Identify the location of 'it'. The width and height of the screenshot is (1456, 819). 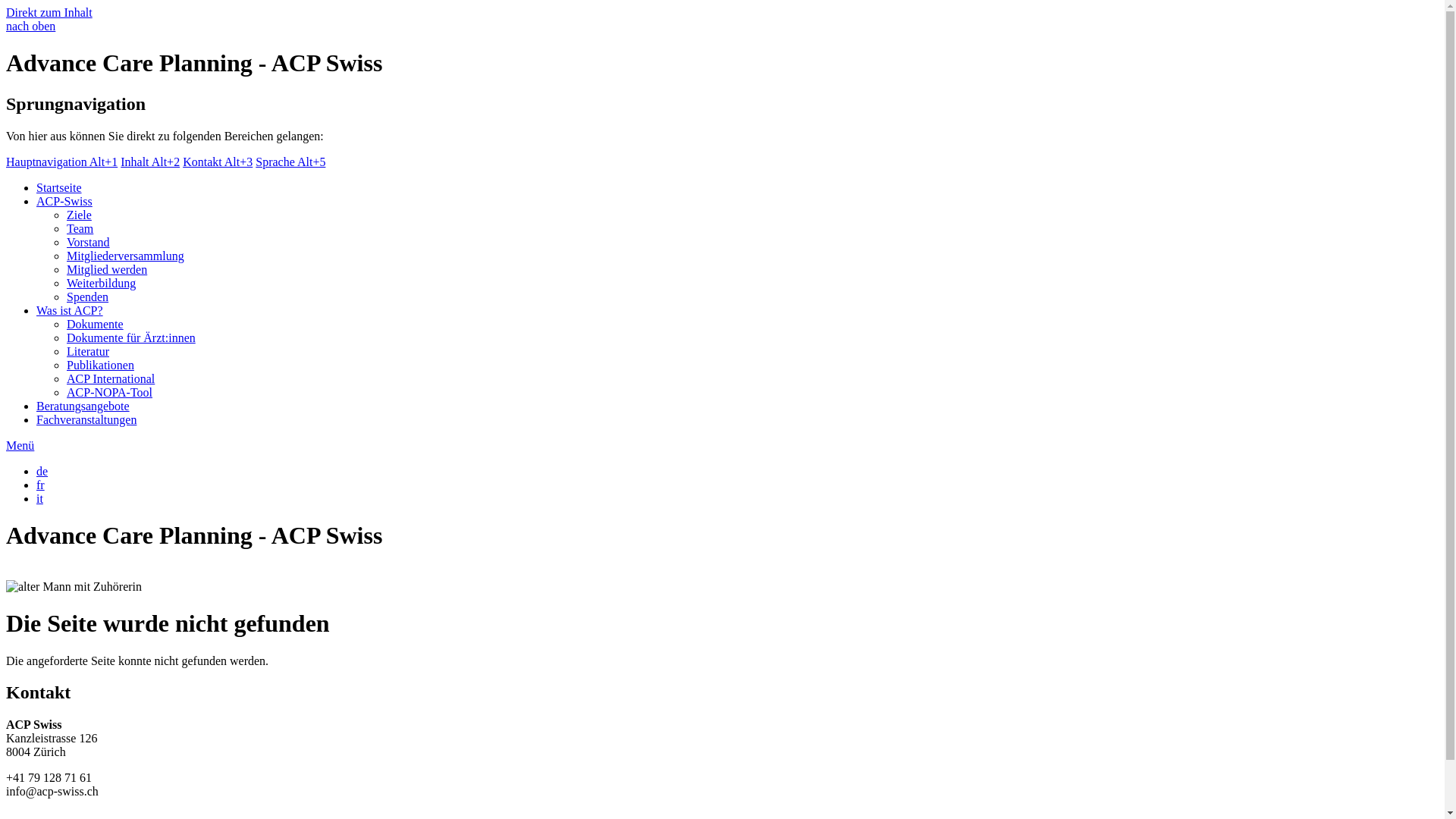
(39, 498).